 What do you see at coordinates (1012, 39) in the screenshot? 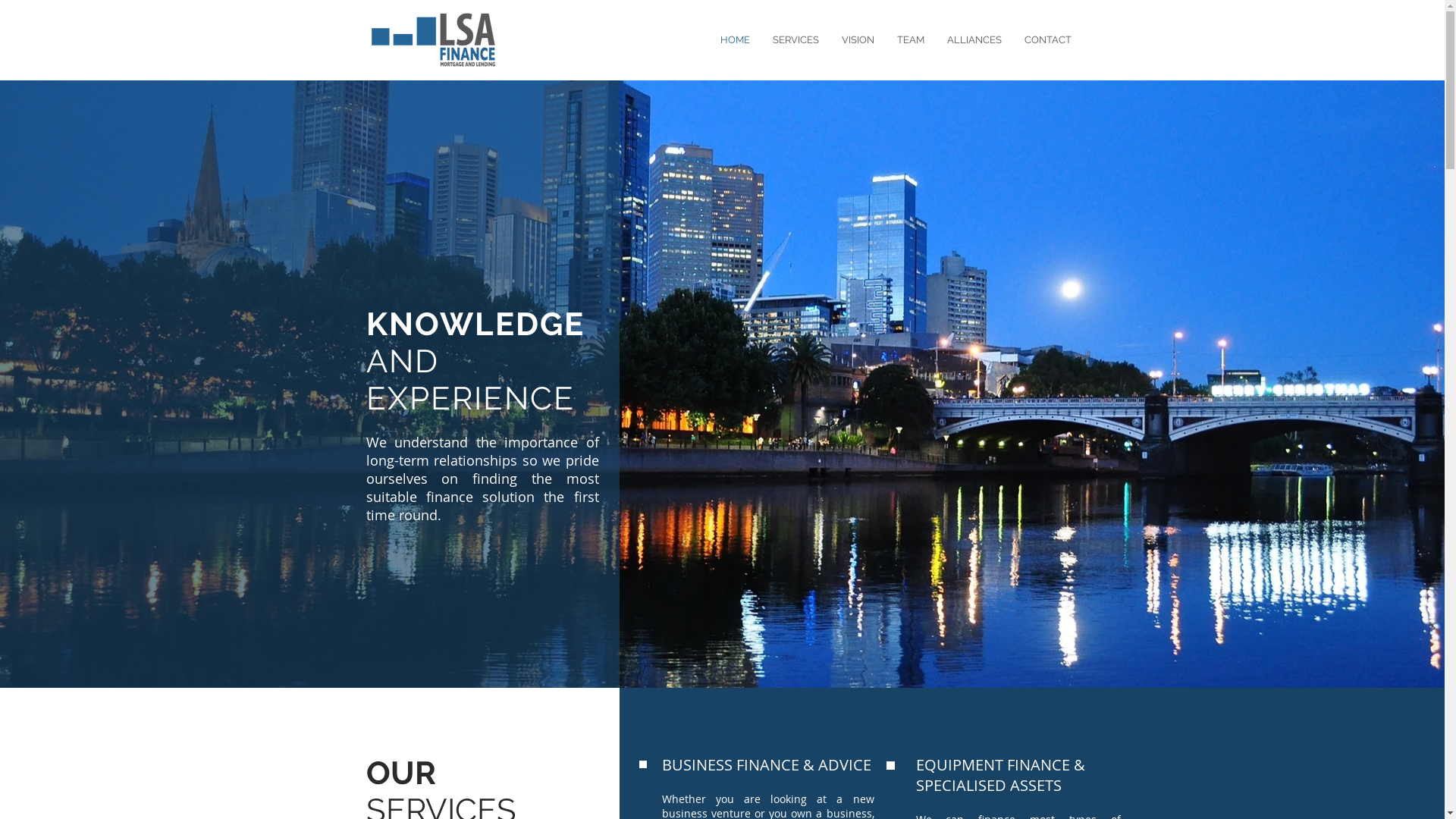
I see `'CONTACT'` at bounding box center [1012, 39].